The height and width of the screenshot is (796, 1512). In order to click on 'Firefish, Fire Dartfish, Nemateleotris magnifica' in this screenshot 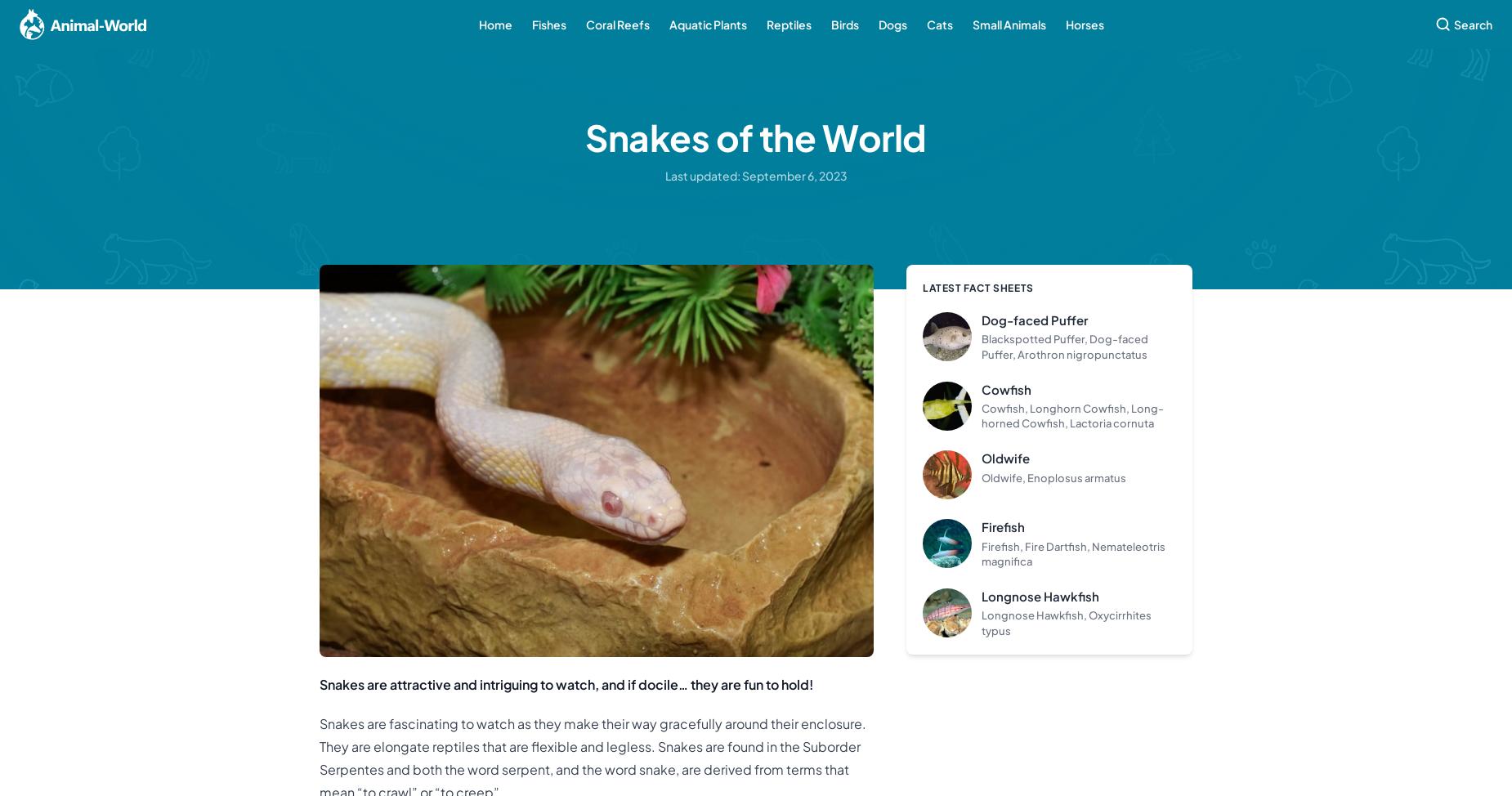, I will do `click(981, 553)`.